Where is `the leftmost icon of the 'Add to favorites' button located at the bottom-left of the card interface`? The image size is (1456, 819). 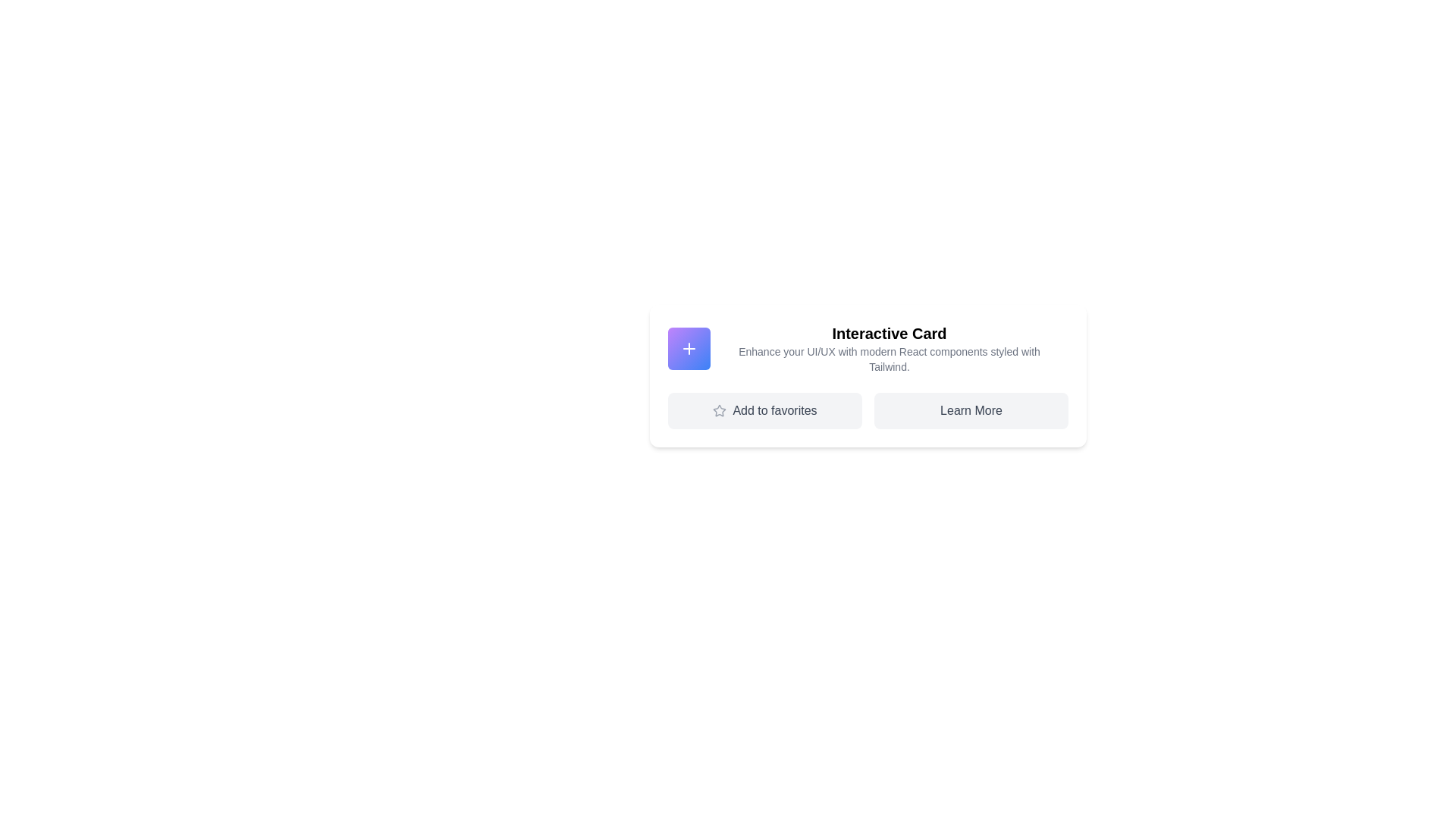
the leftmost icon of the 'Add to favorites' button located at the bottom-left of the card interface is located at coordinates (719, 411).